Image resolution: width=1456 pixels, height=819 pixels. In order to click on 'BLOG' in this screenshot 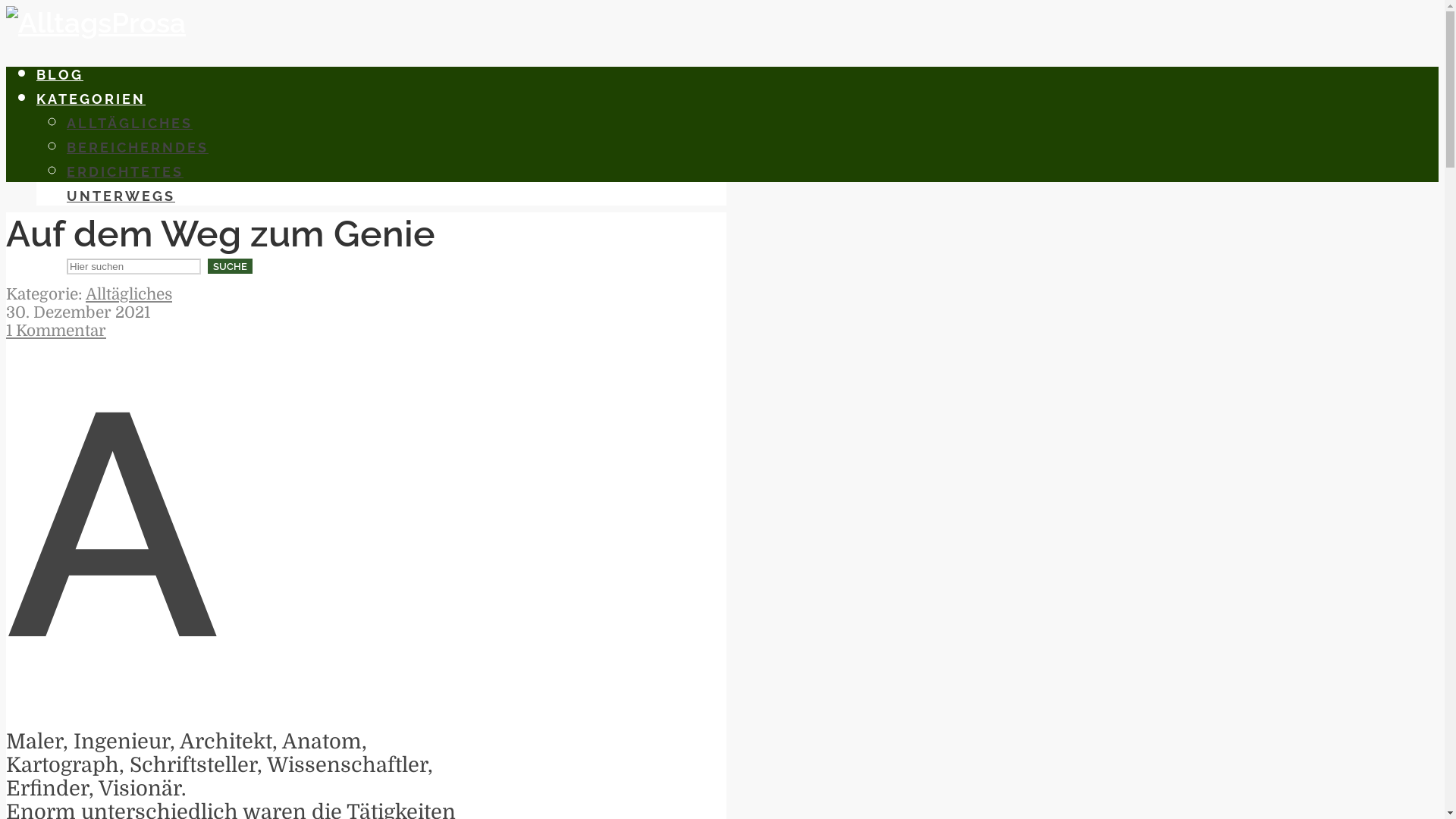, I will do `click(59, 74)`.